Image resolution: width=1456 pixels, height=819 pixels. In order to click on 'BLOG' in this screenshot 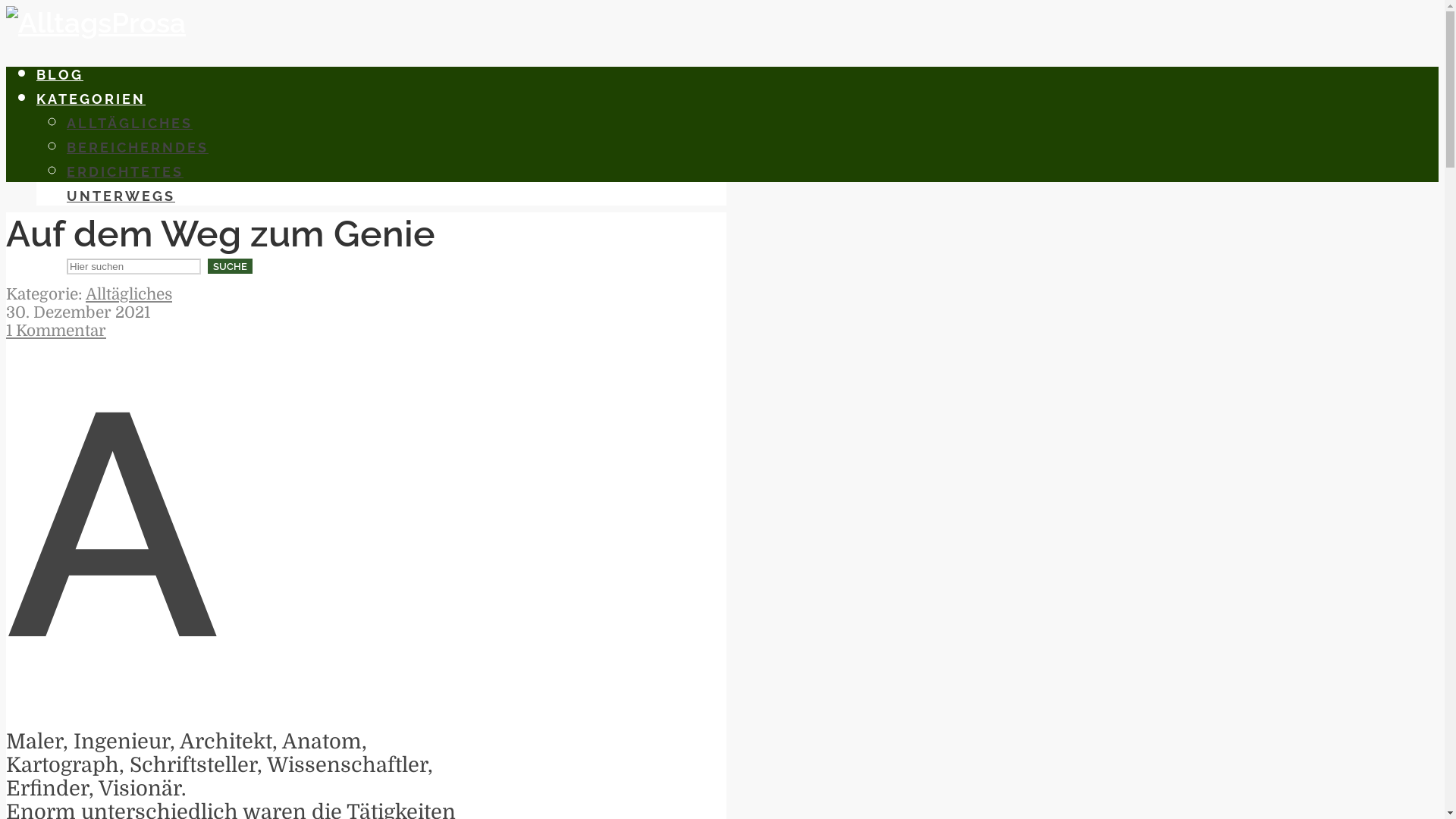, I will do `click(59, 74)`.